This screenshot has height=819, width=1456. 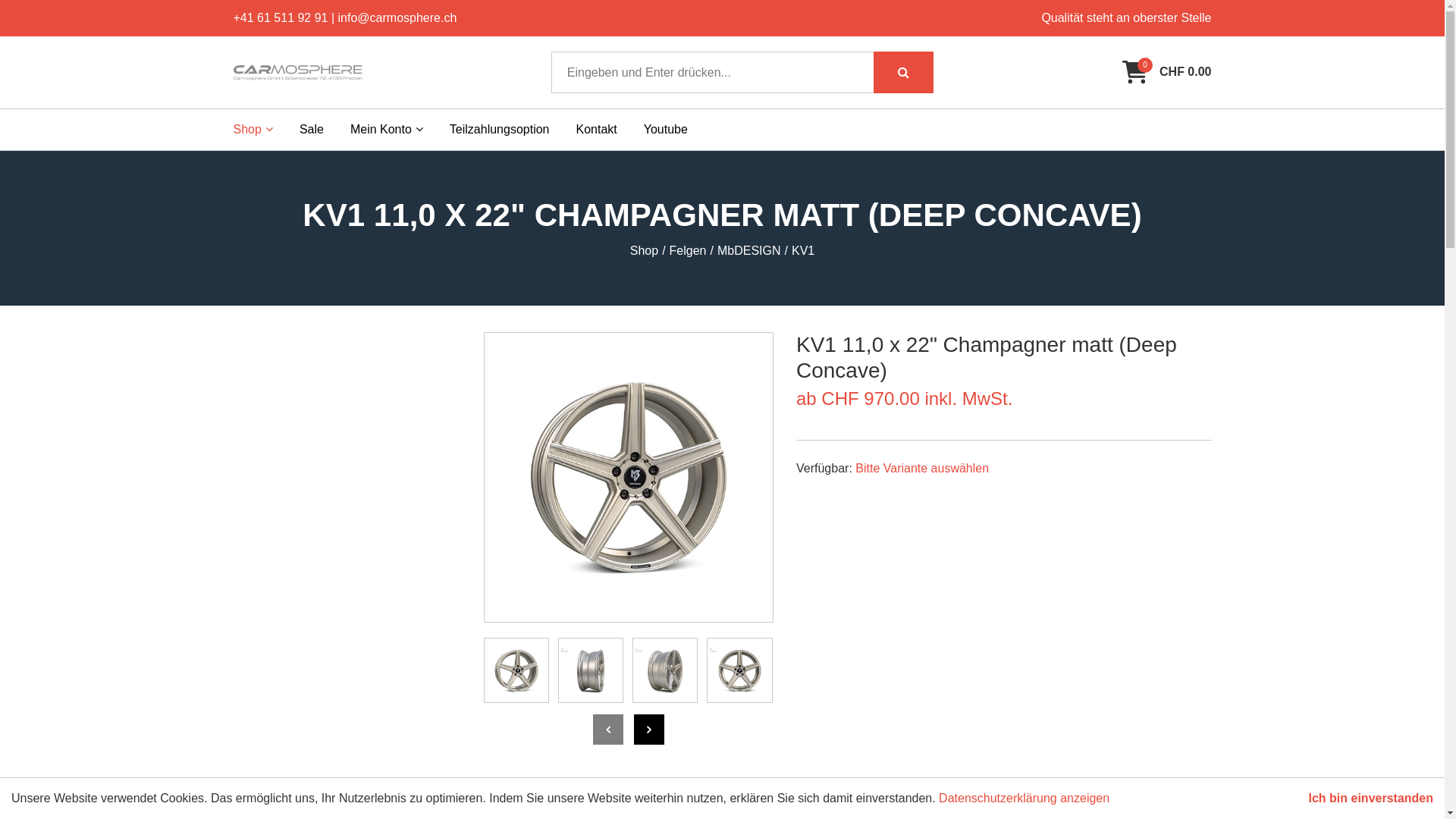 What do you see at coordinates (253, 128) in the screenshot?
I see `'Shop'` at bounding box center [253, 128].